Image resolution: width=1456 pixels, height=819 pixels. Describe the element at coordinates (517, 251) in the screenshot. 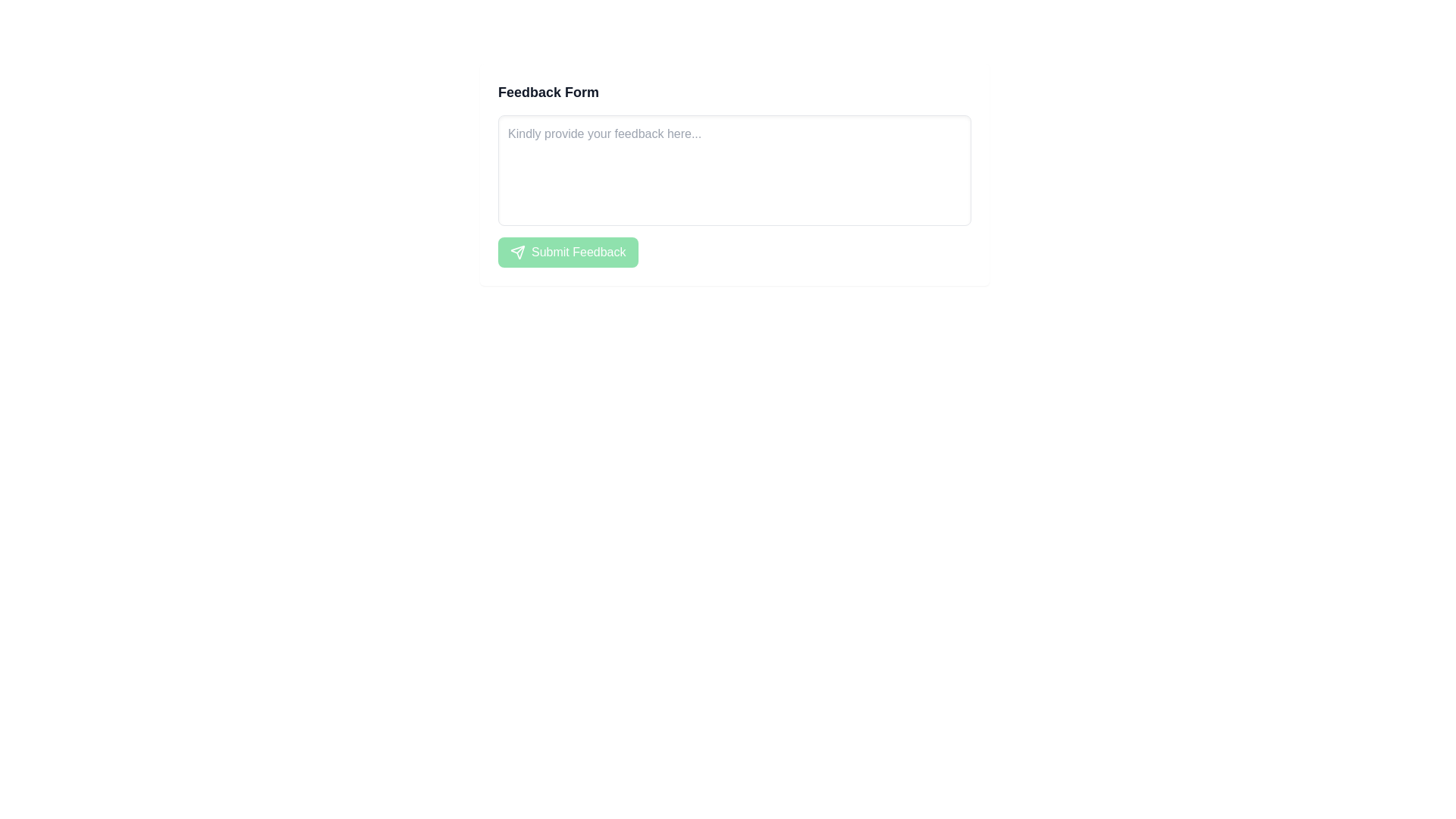

I see `the 'Submit Feedback' button which contains the Decorative icon` at that location.